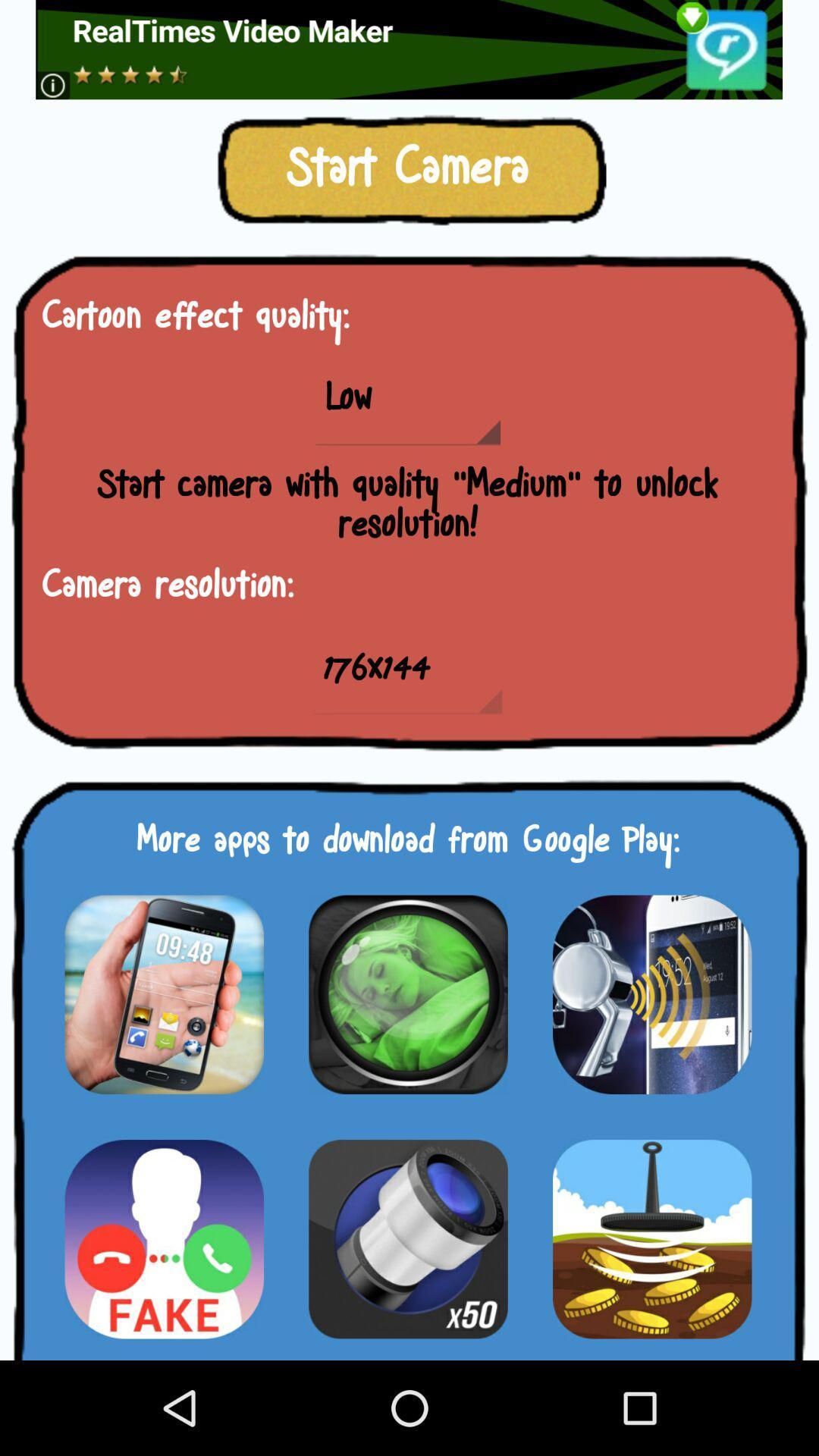  What do you see at coordinates (164, 994) in the screenshot?
I see `download app` at bounding box center [164, 994].